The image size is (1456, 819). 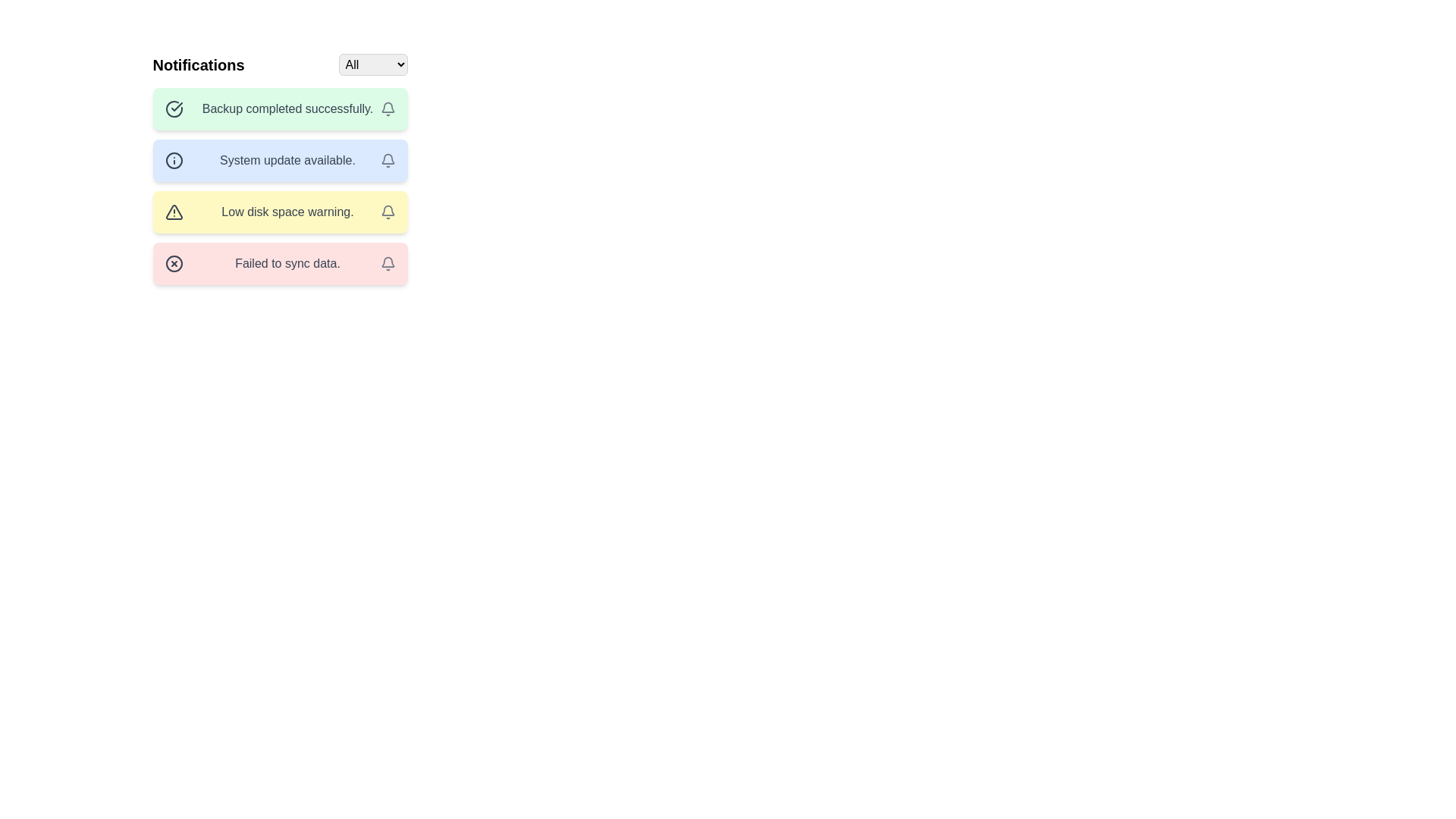 What do you see at coordinates (388, 108) in the screenshot?
I see `the notification button located at the right edge of the notification tile that contains the text 'Backup completed successfully.'` at bounding box center [388, 108].